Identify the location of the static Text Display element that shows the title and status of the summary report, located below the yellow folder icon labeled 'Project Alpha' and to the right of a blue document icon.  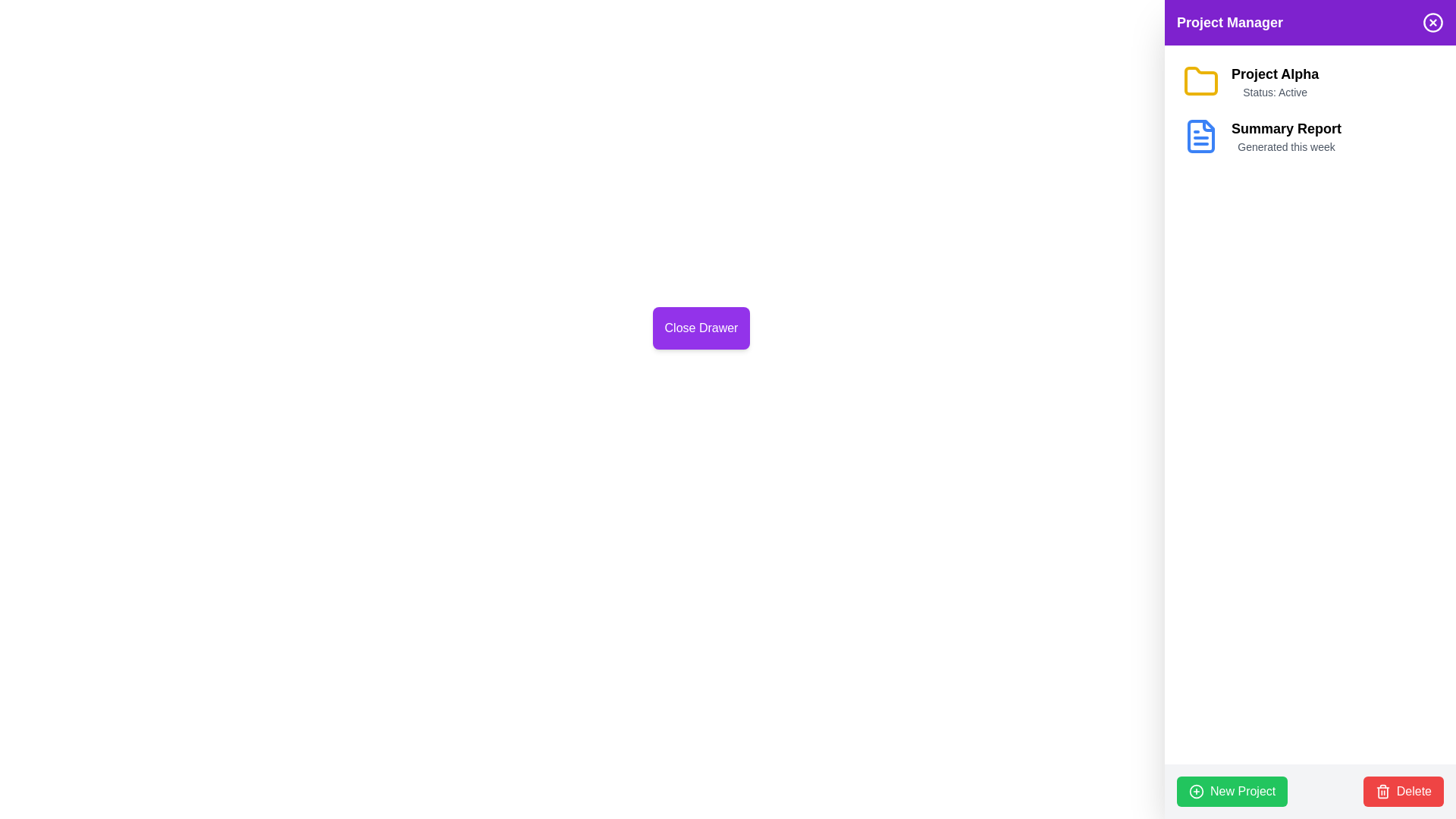
(1285, 136).